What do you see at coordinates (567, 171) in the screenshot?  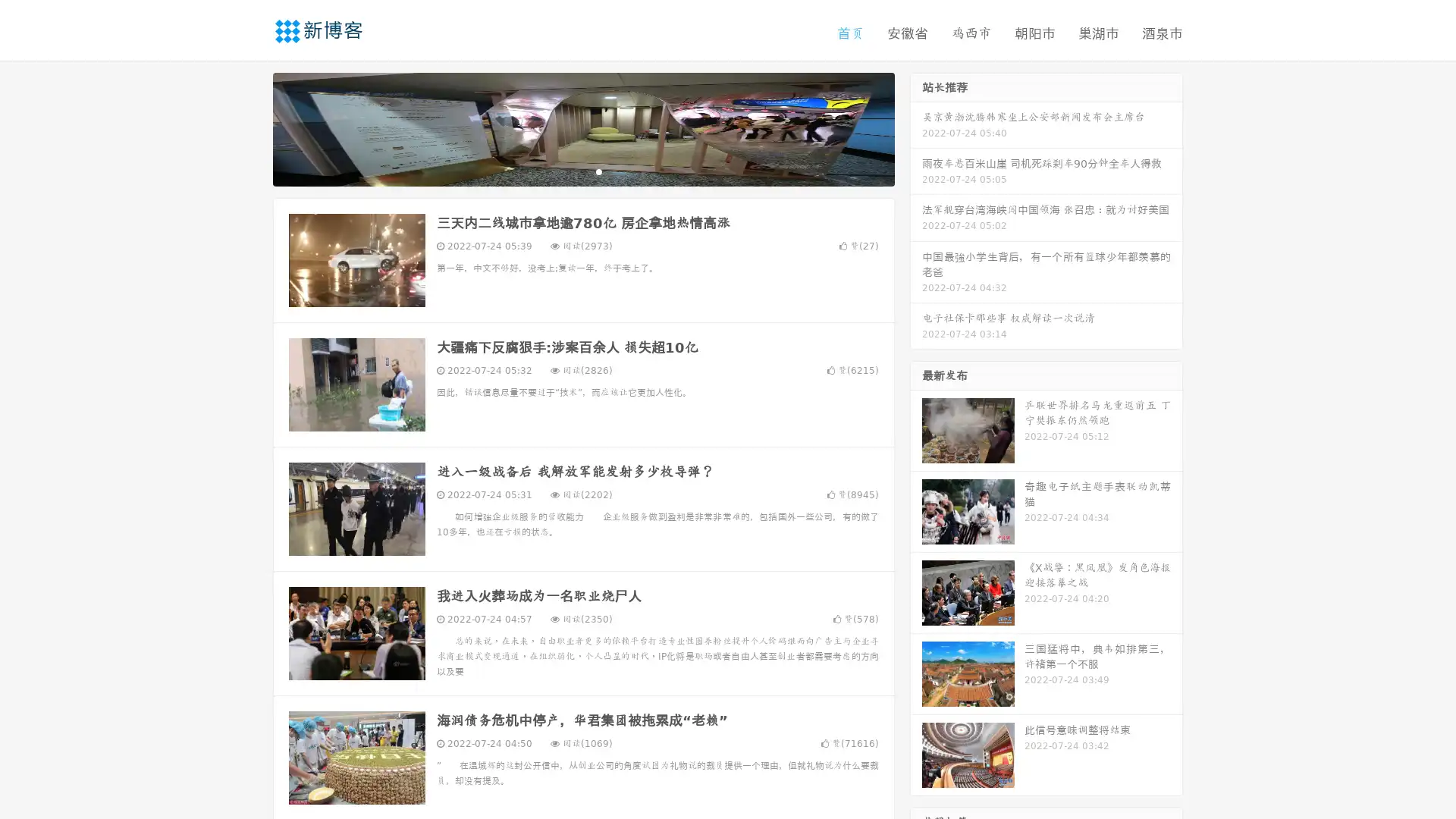 I see `Go to slide 1` at bounding box center [567, 171].